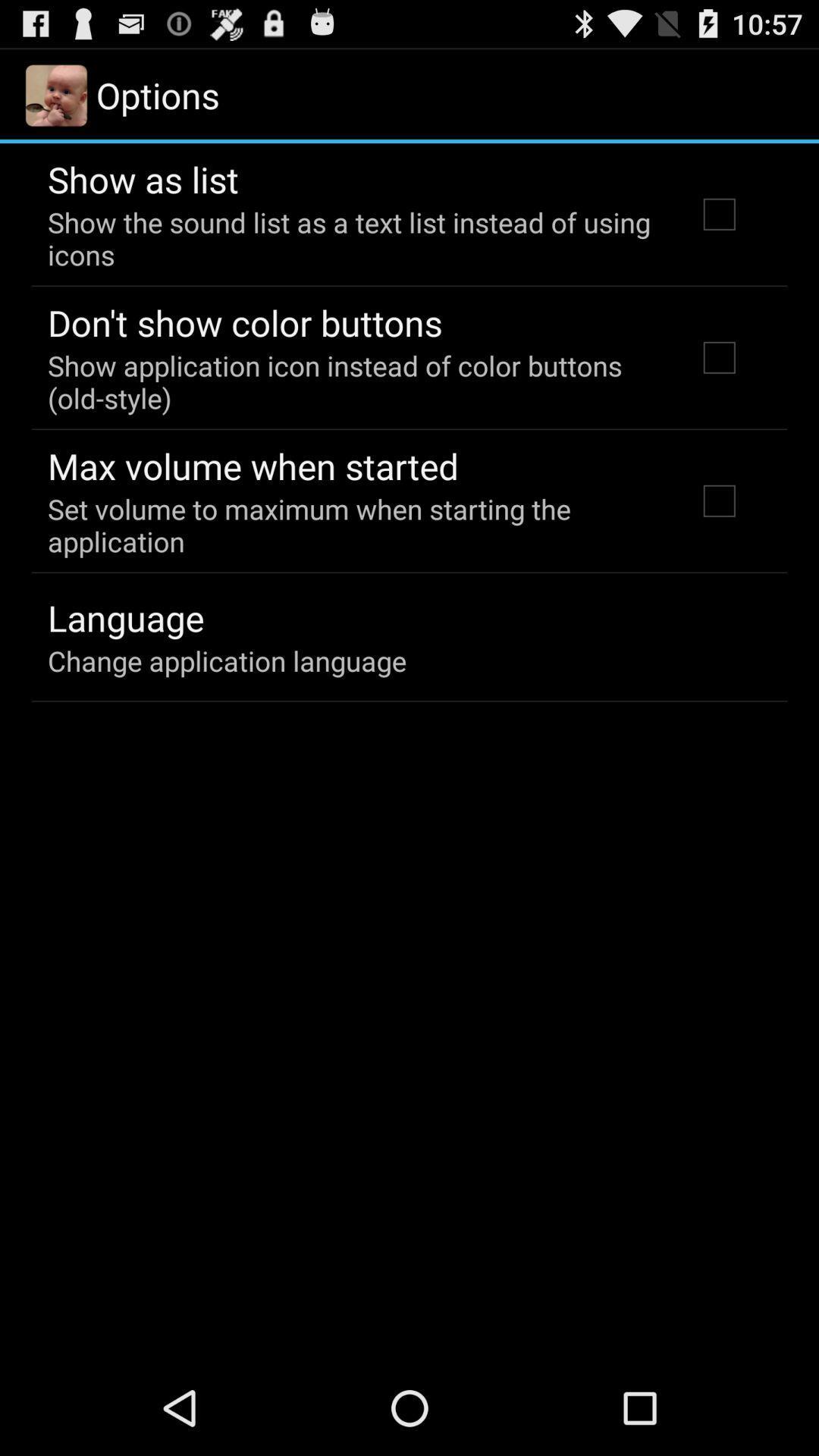  I want to click on show the sound icon, so click(351, 237).